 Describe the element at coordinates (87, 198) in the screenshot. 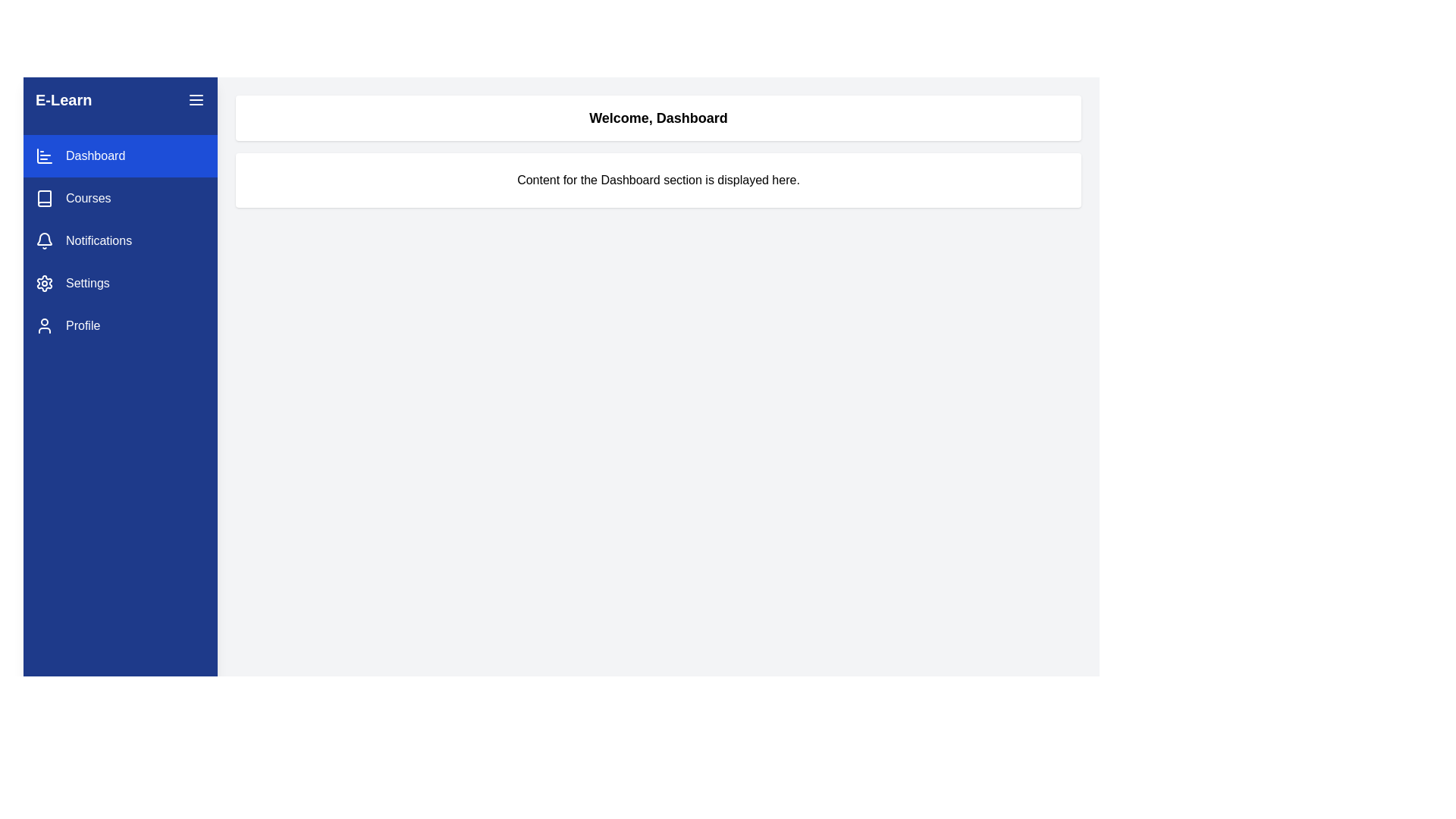

I see `the 'Courses' navigation option in the sidebar menu` at that location.